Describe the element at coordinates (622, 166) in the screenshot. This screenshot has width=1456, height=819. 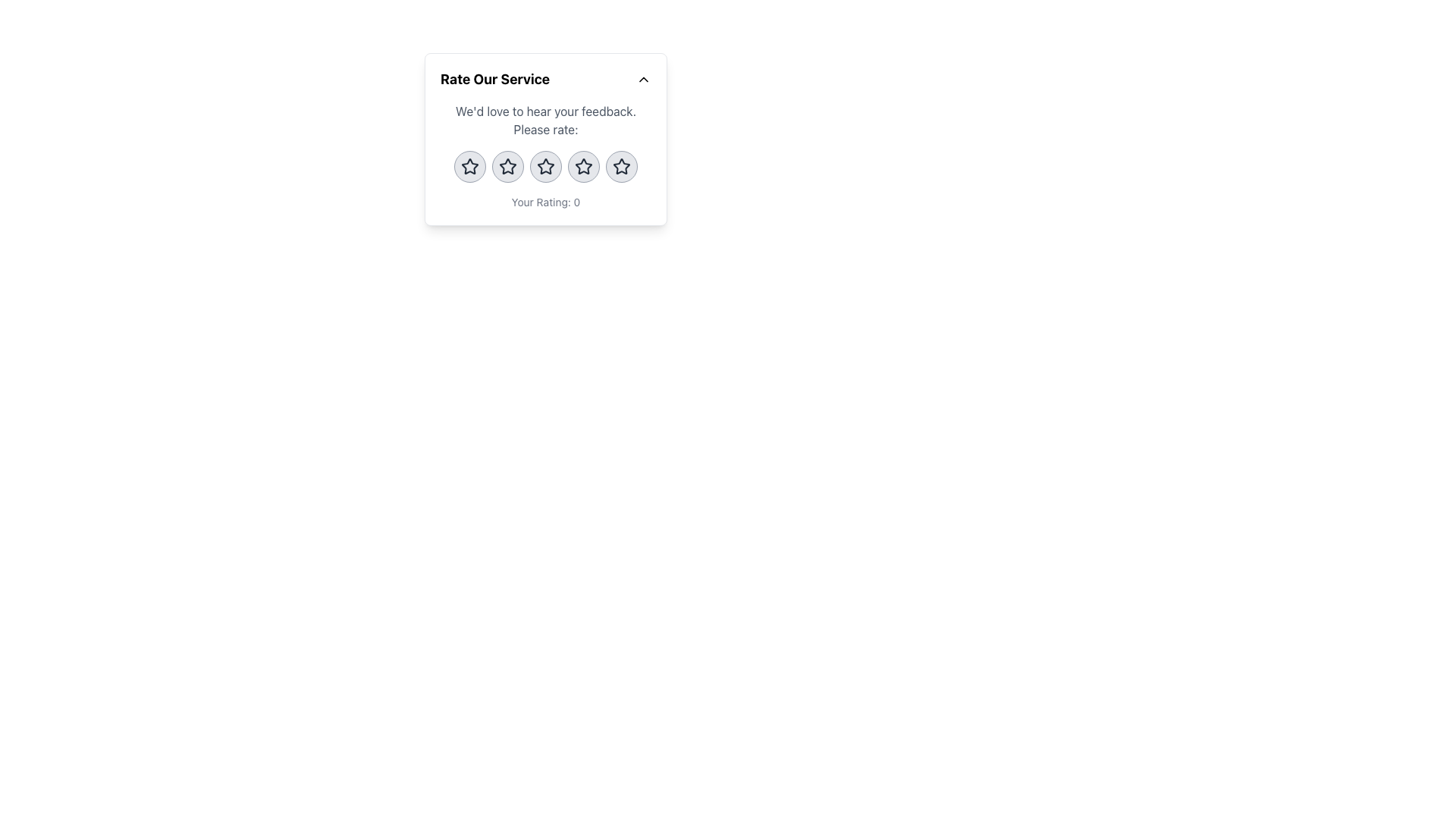
I see `the fifth star icon` at that location.